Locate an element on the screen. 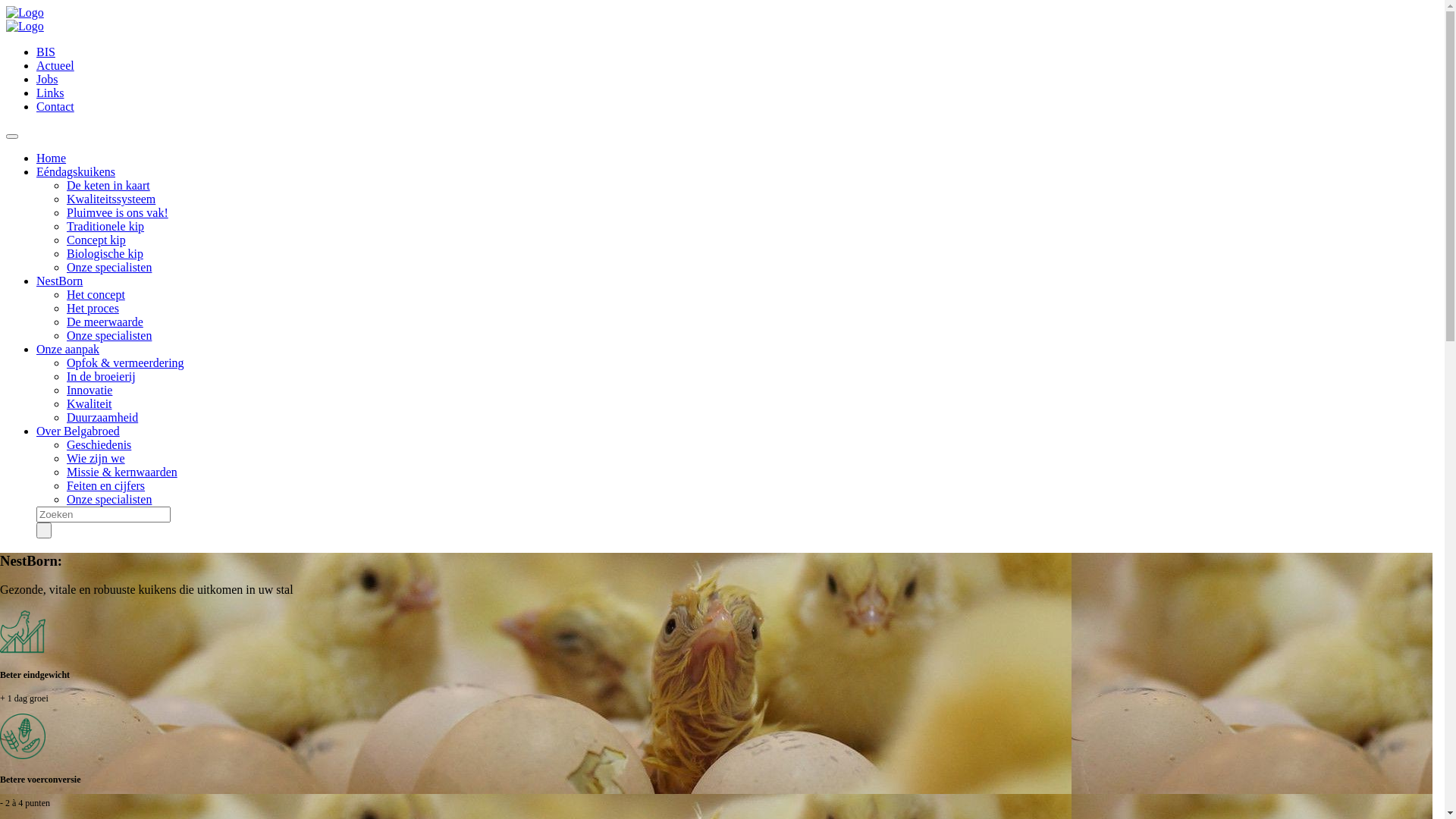  'Concept kip' is located at coordinates (95, 239).